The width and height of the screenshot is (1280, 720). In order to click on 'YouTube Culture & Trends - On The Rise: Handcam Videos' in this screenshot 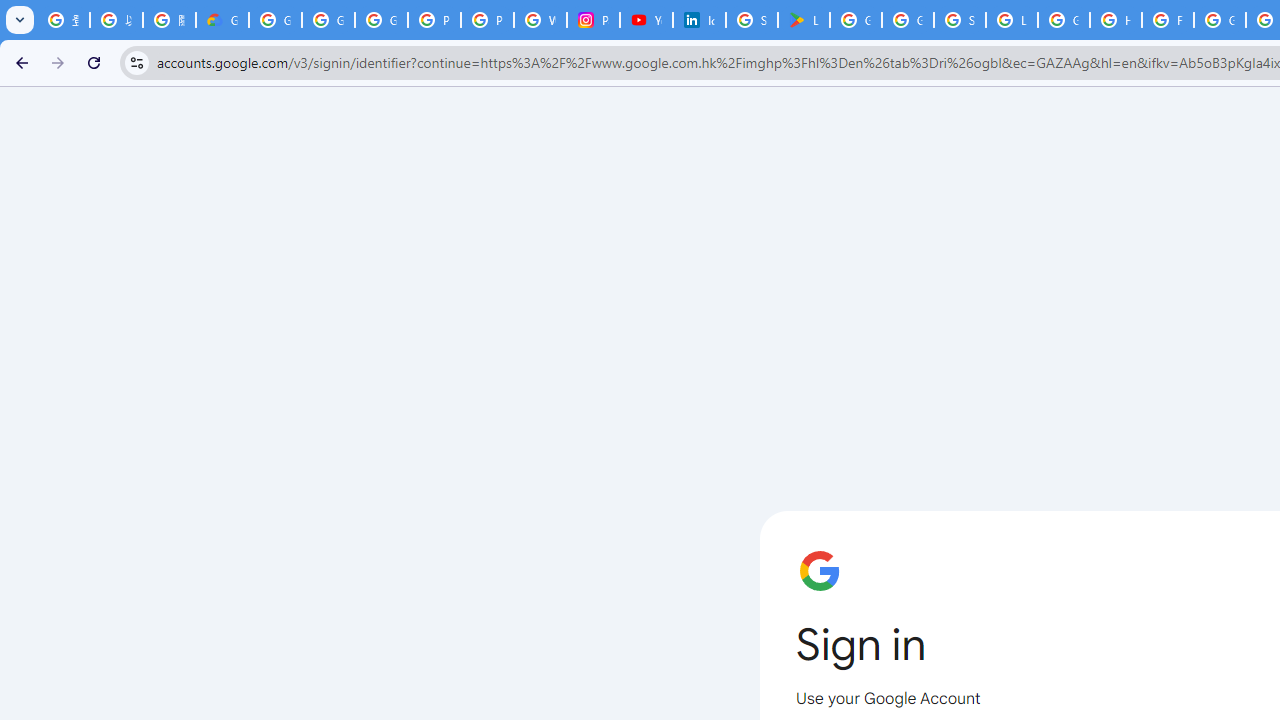, I will do `click(646, 20)`.